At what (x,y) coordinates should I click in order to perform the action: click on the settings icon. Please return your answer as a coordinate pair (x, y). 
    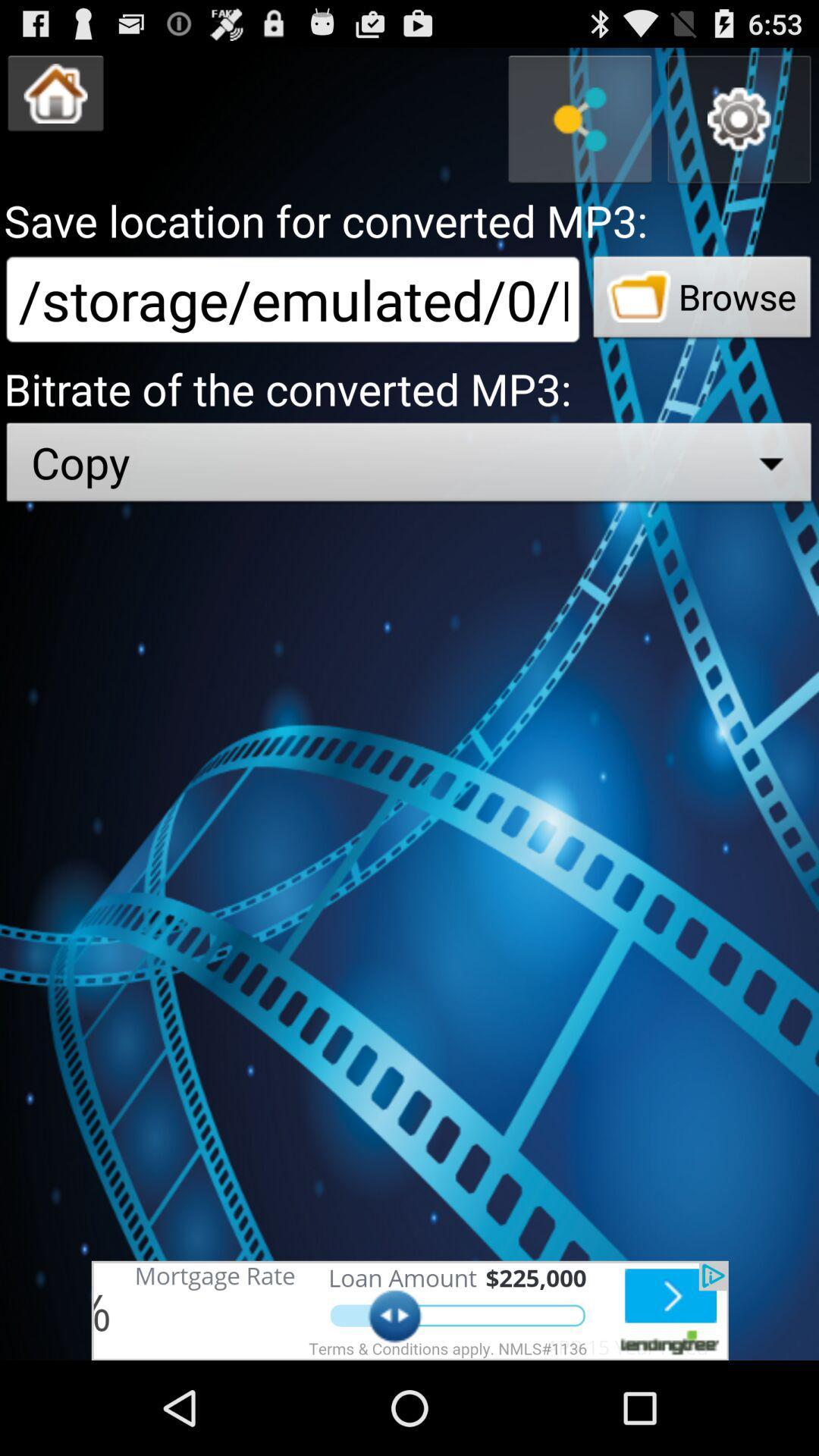
    Looking at the image, I should click on (739, 127).